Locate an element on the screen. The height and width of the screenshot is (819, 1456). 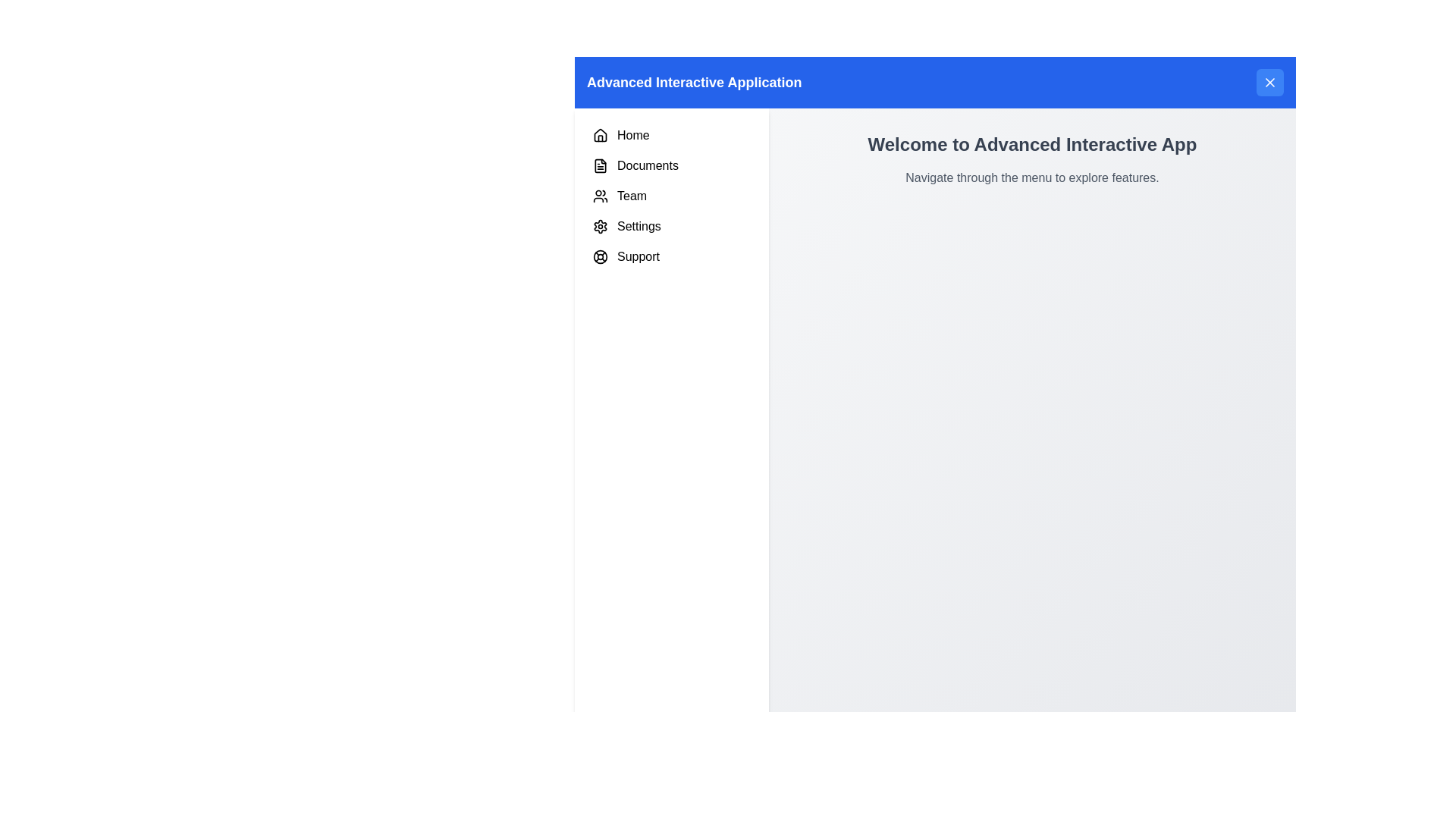
the text header that says 'Welcome to Advanced Interactive App', which is prominently displayed at the top center of the right pane is located at coordinates (1031, 145).